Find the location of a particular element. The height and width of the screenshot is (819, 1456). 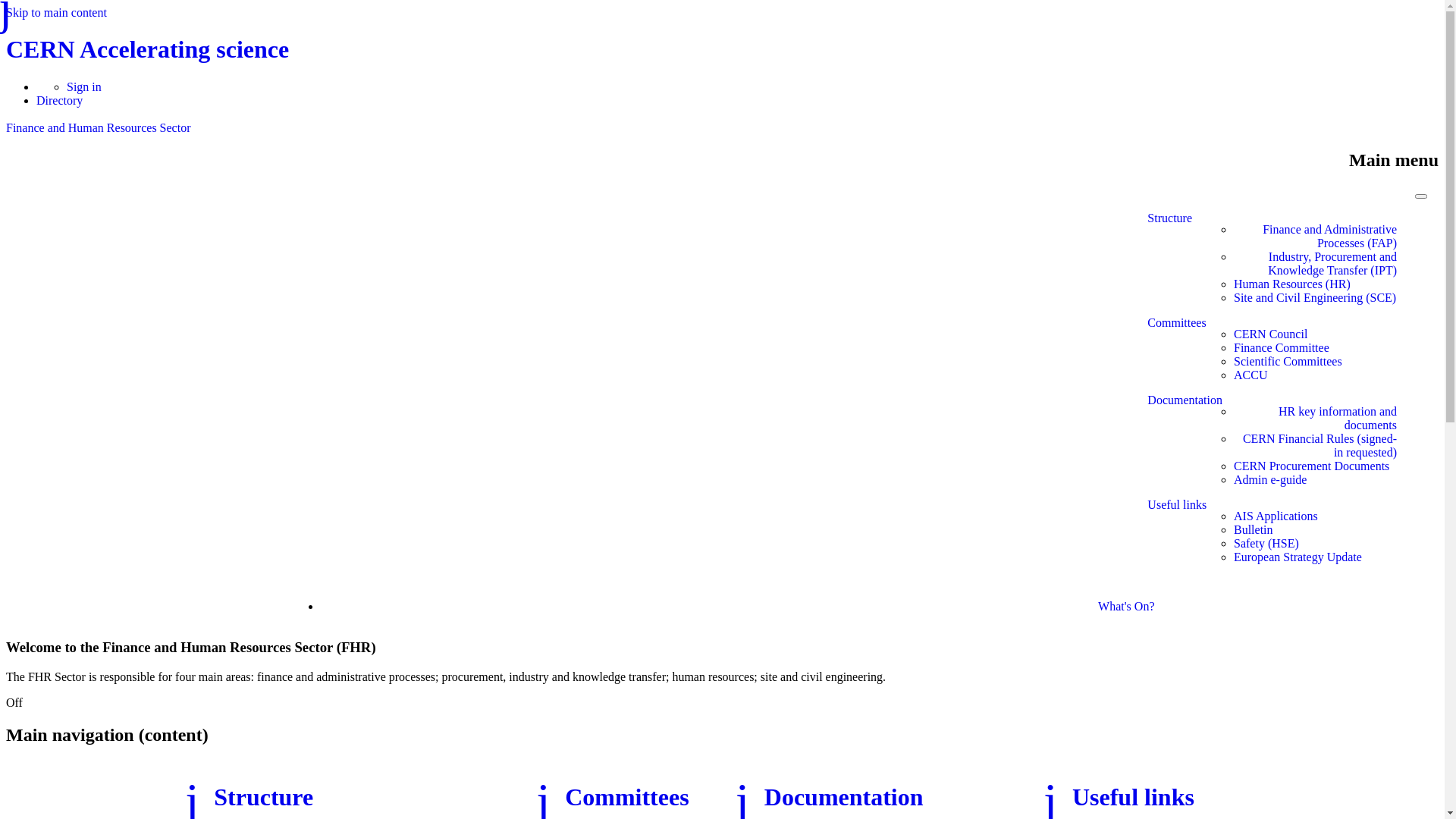

'CERN Accelerating science' is located at coordinates (147, 49).